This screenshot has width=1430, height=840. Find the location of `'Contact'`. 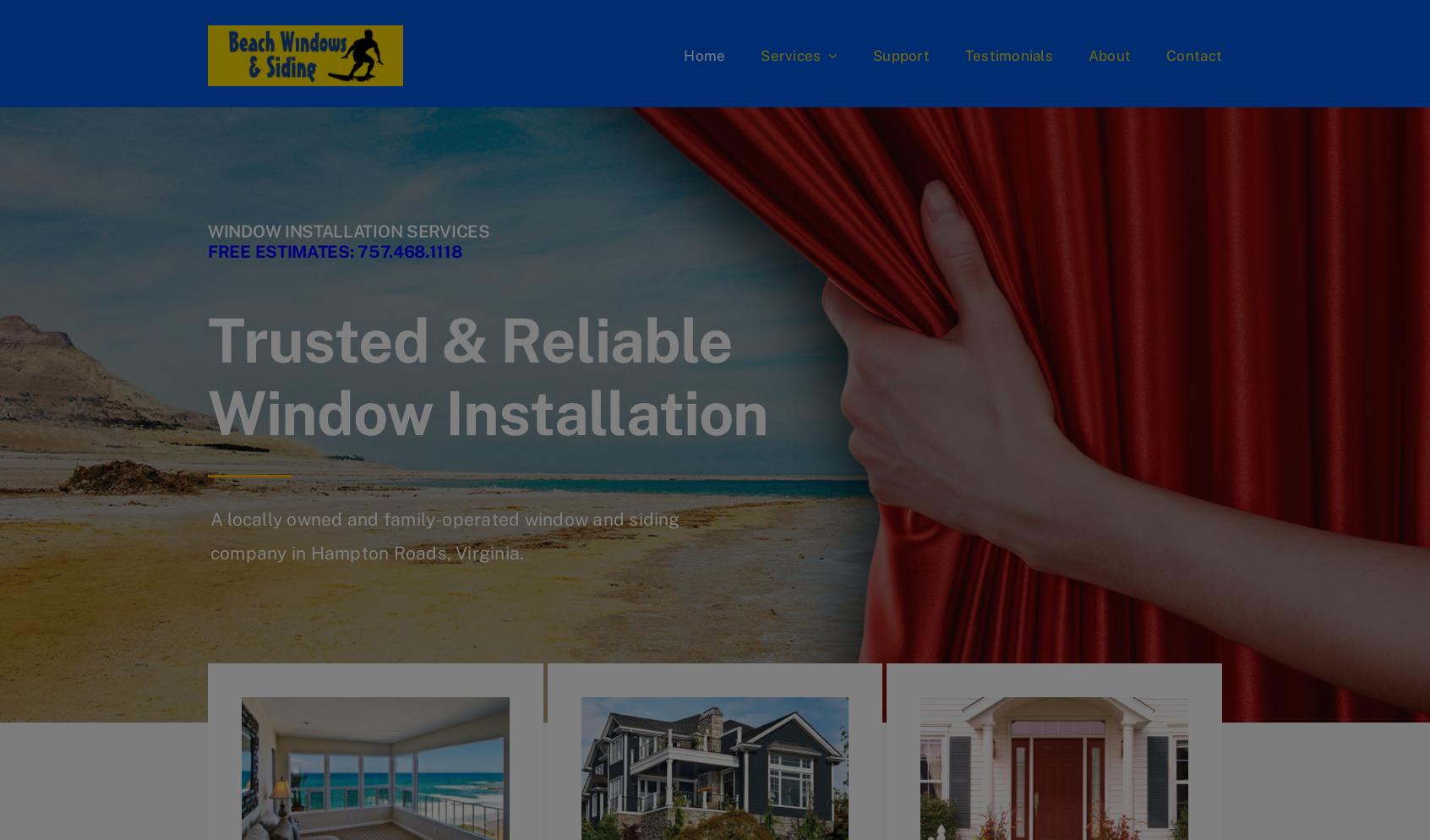

'Contact' is located at coordinates (1165, 54).